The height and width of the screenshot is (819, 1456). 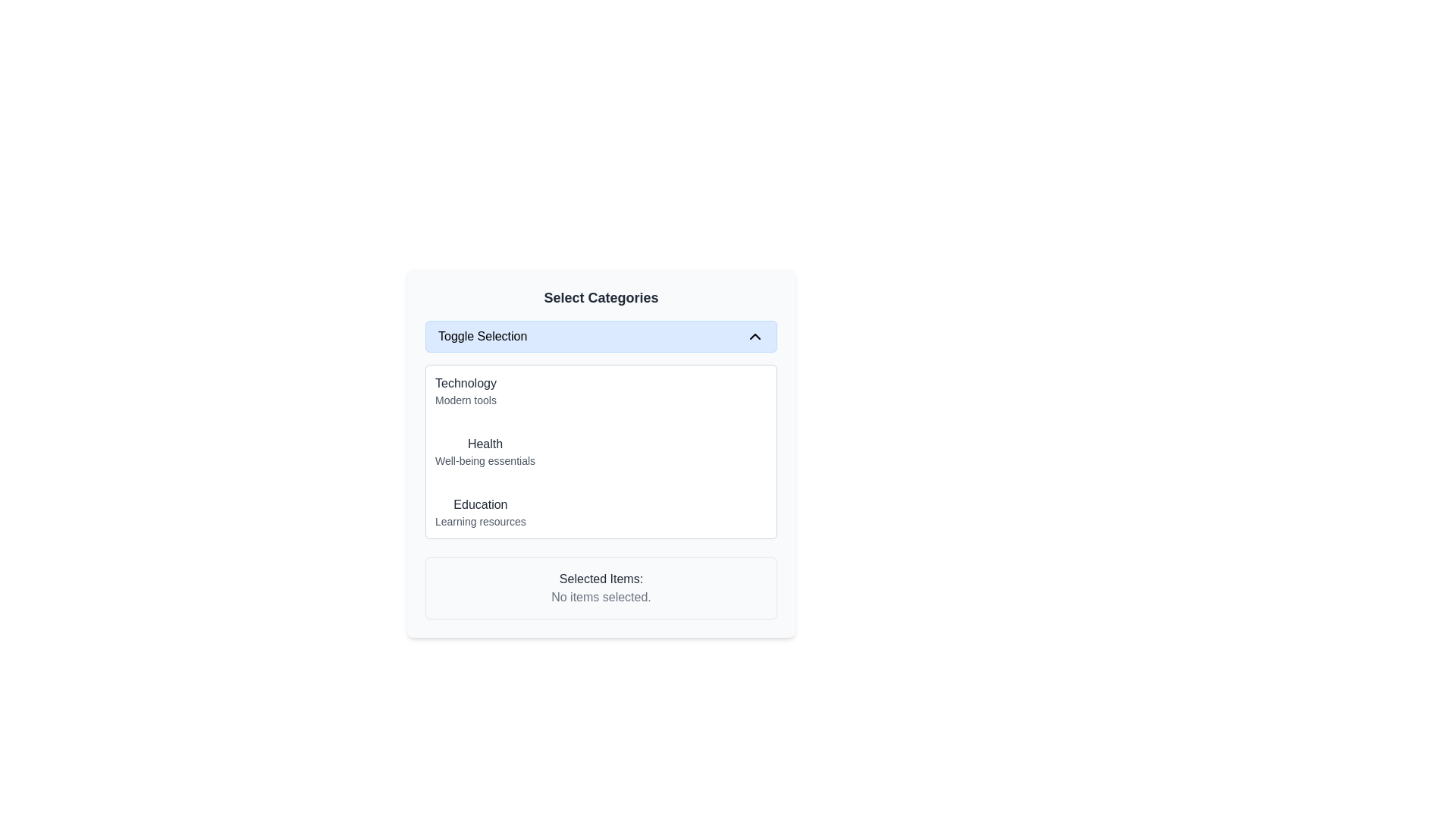 What do you see at coordinates (600, 587) in the screenshot?
I see `the Display panel located at the bottom of the 'Select Categories' section, which dynamically updates` at bounding box center [600, 587].